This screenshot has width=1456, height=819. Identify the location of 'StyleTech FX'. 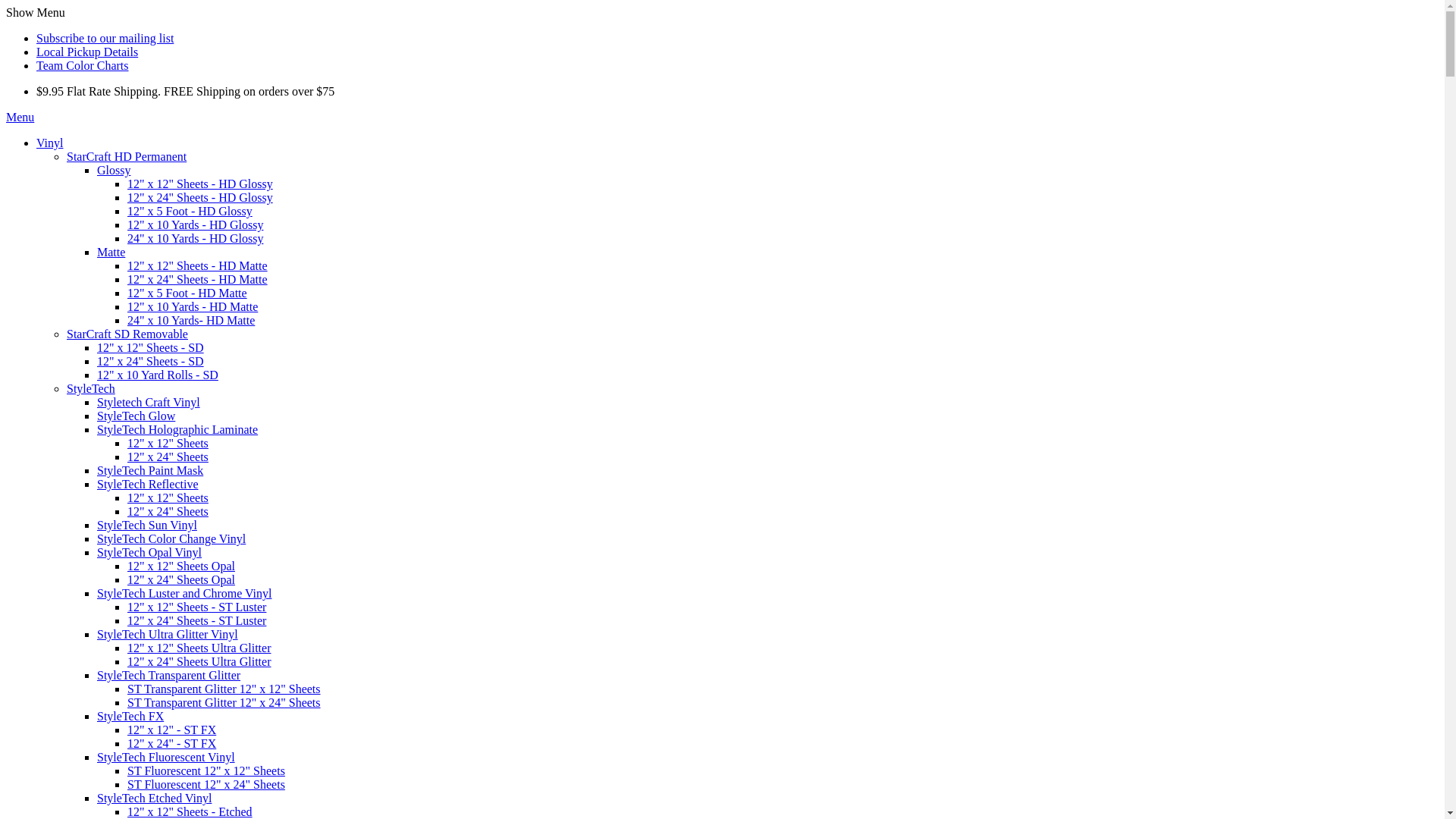
(130, 716).